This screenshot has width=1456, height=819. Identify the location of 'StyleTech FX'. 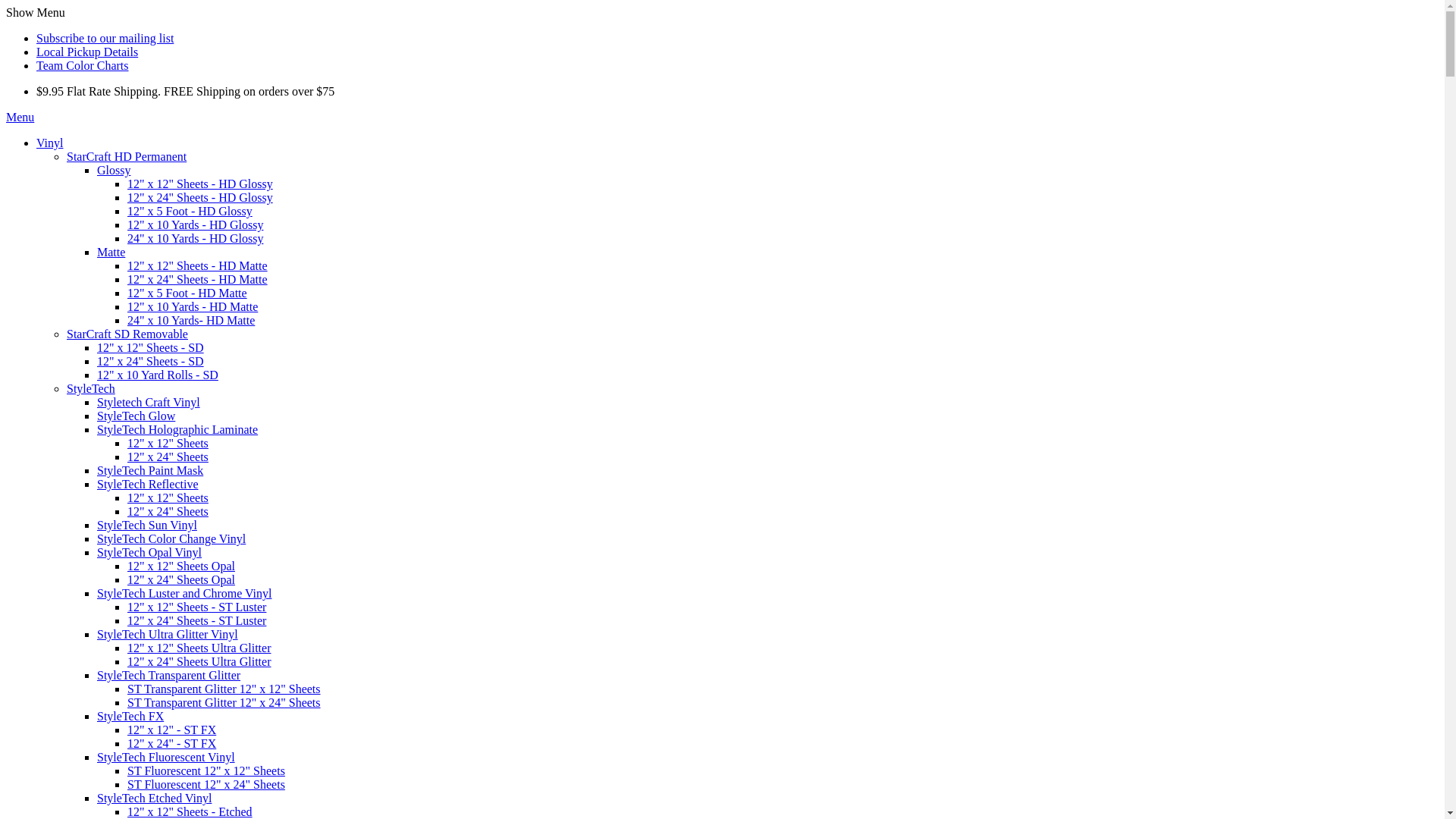
(130, 716).